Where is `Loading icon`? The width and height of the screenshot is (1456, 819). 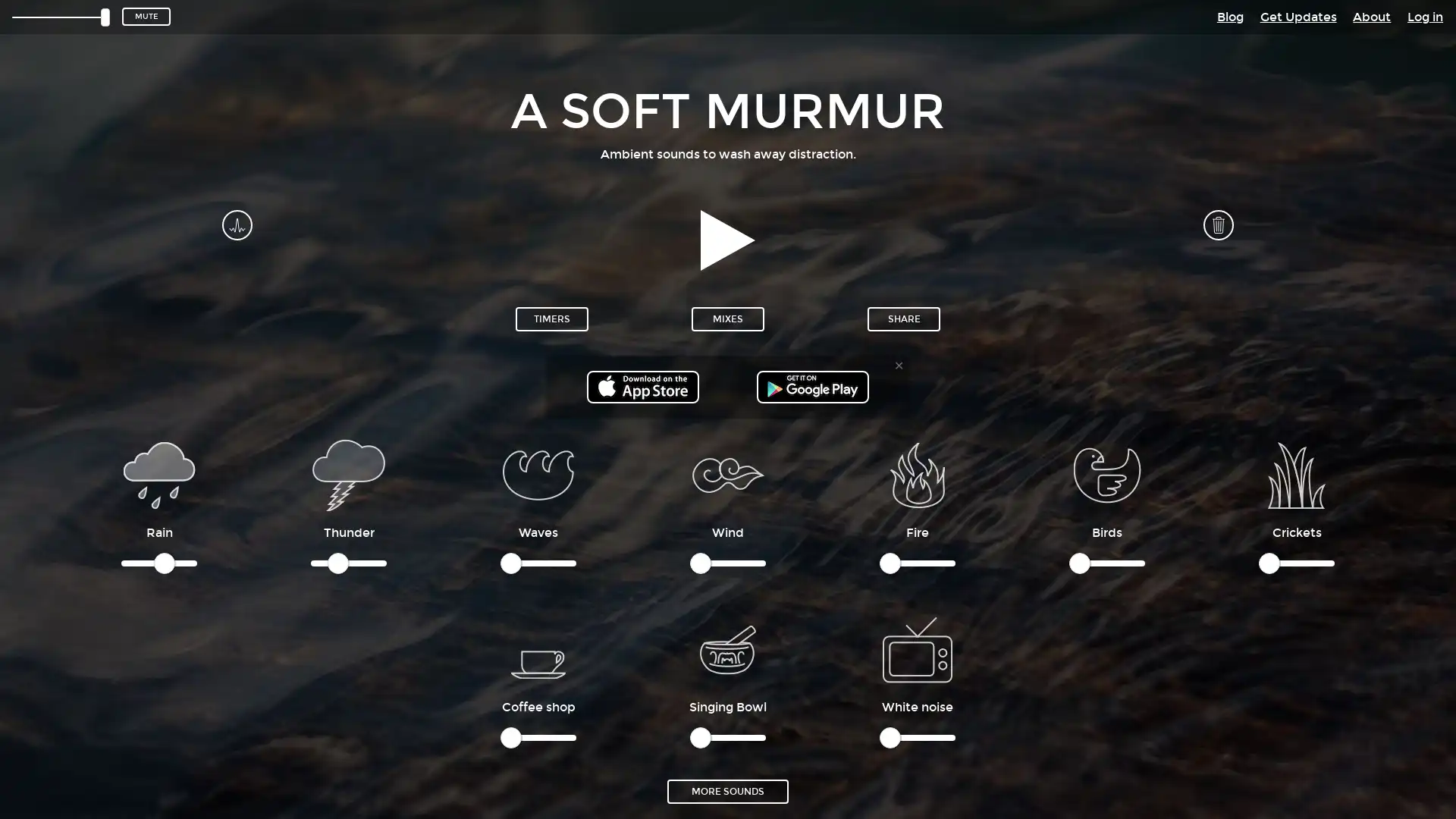
Loading icon is located at coordinates (538, 648).